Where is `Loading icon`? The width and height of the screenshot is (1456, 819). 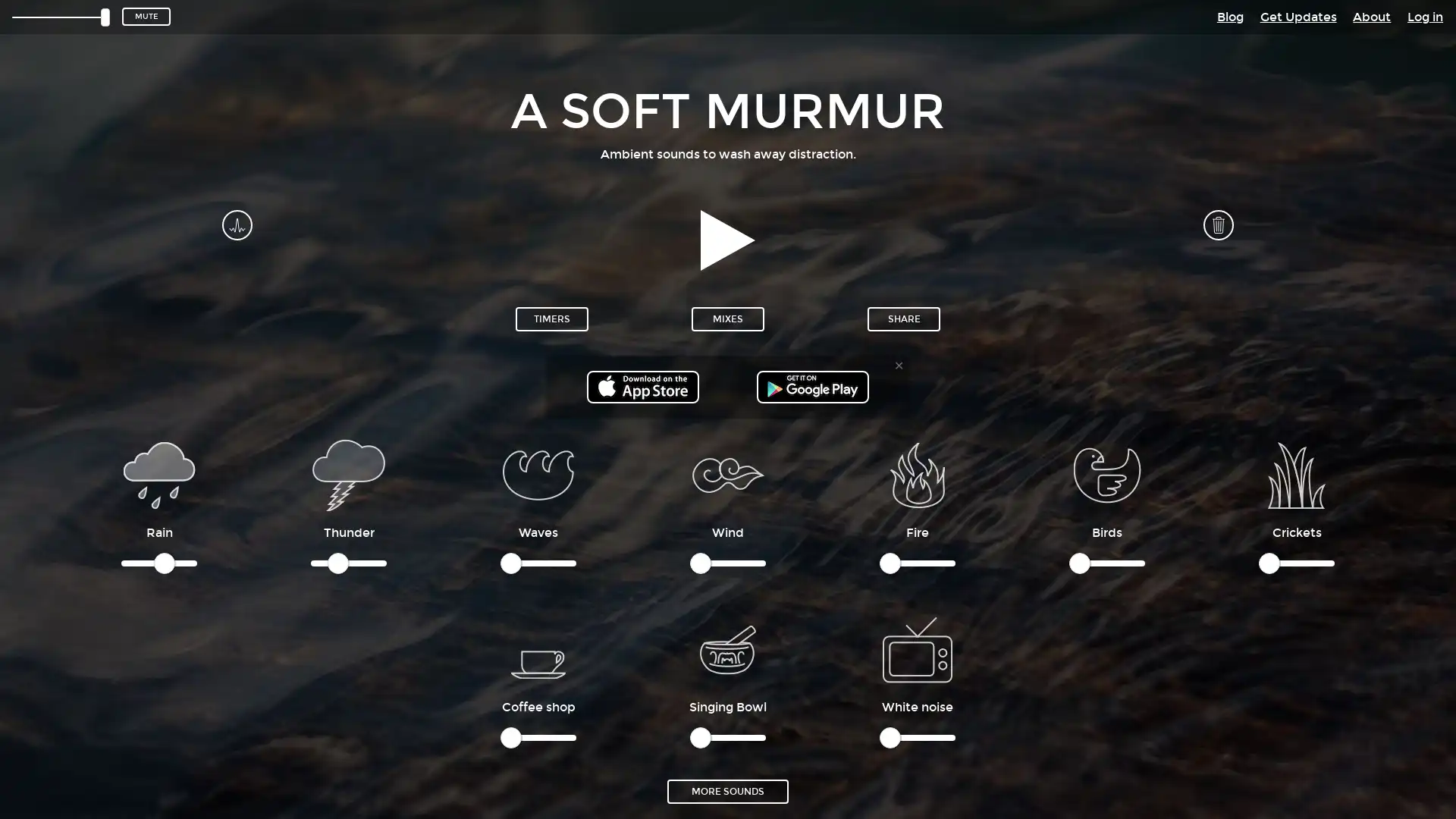
Loading icon is located at coordinates (538, 648).